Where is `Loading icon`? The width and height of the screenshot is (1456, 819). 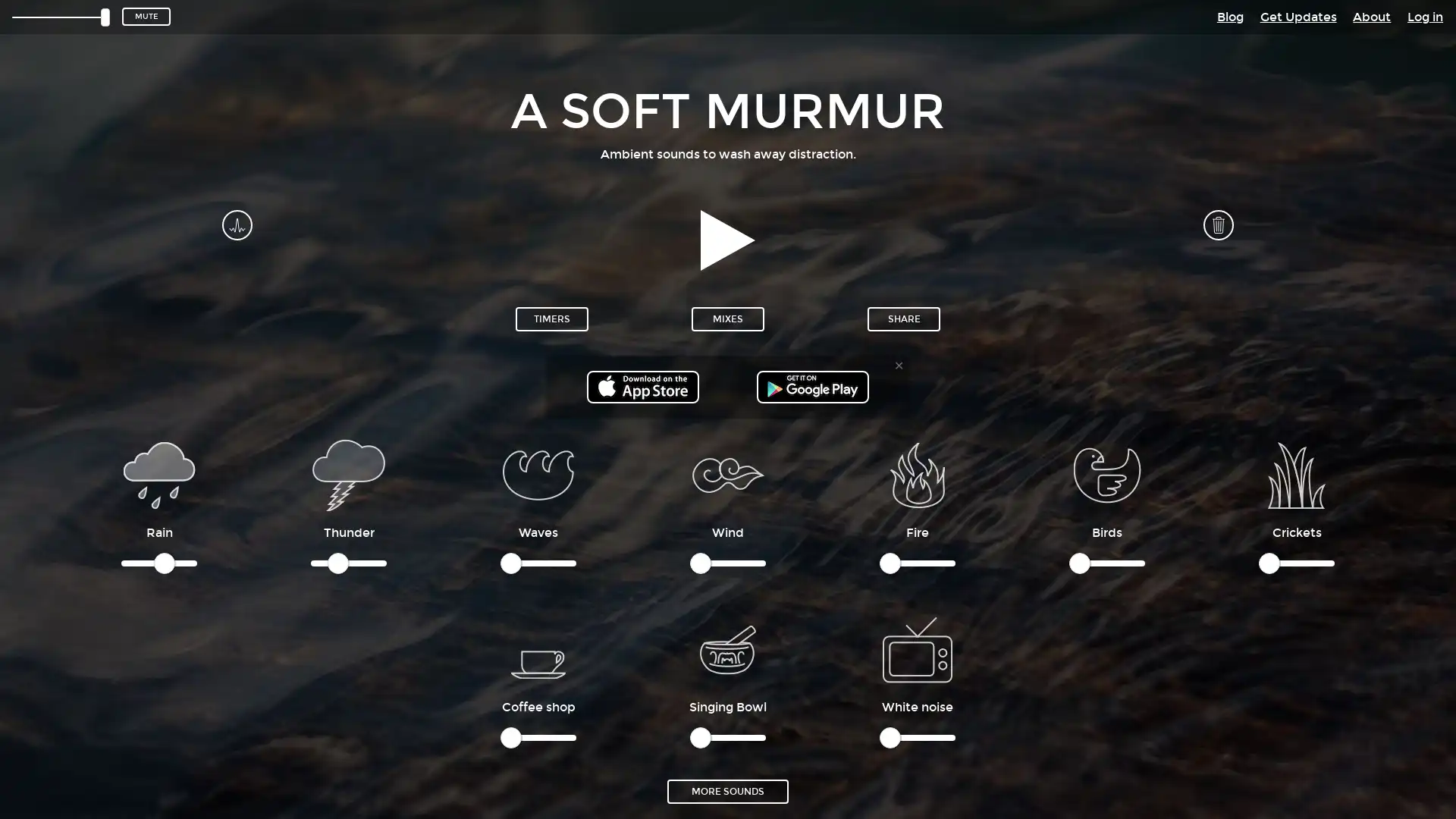
Loading icon is located at coordinates (538, 648).